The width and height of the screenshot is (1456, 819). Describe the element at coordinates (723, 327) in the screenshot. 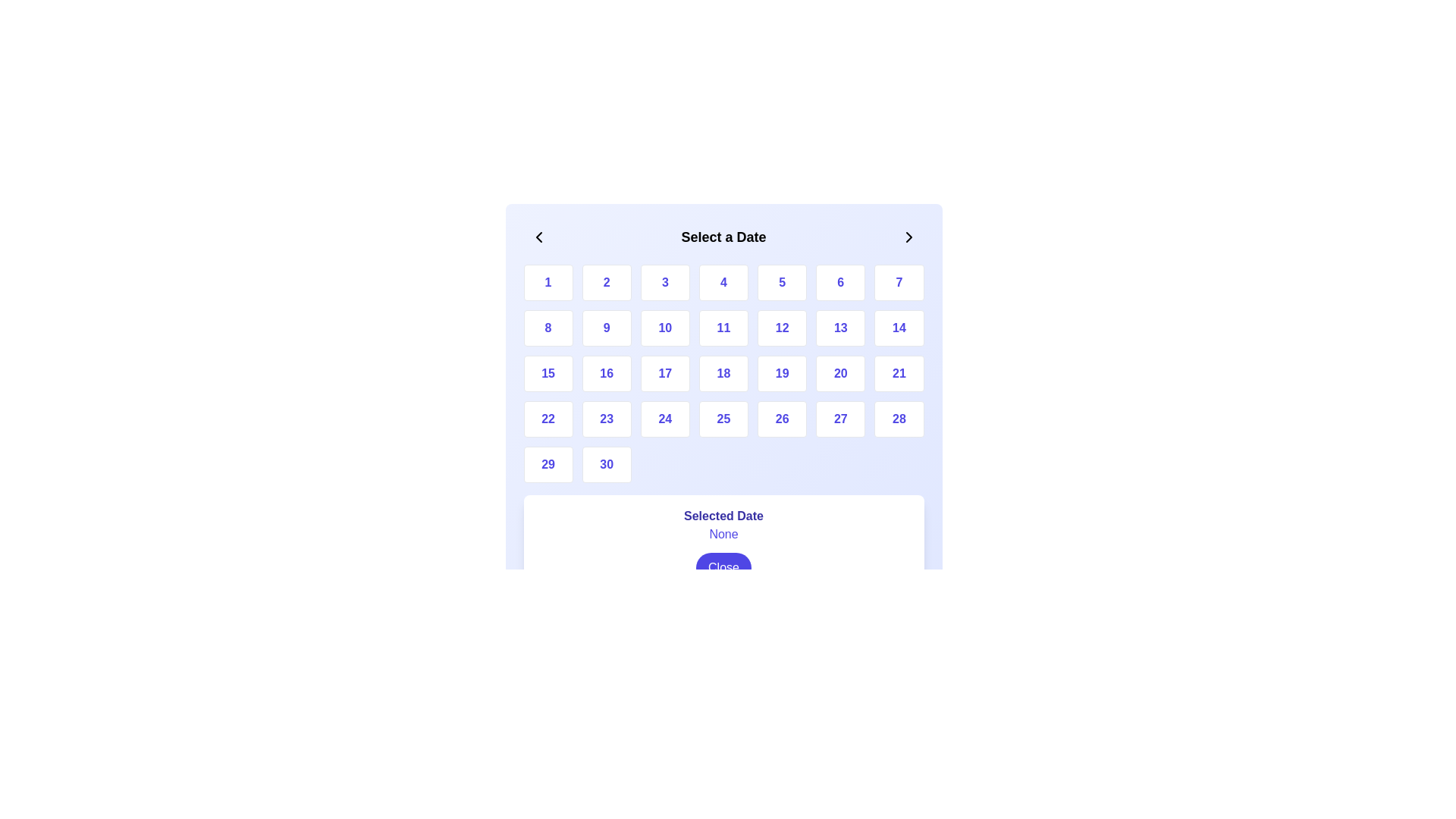

I see `the button labeled '11' with a white background and indigo text` at that location.